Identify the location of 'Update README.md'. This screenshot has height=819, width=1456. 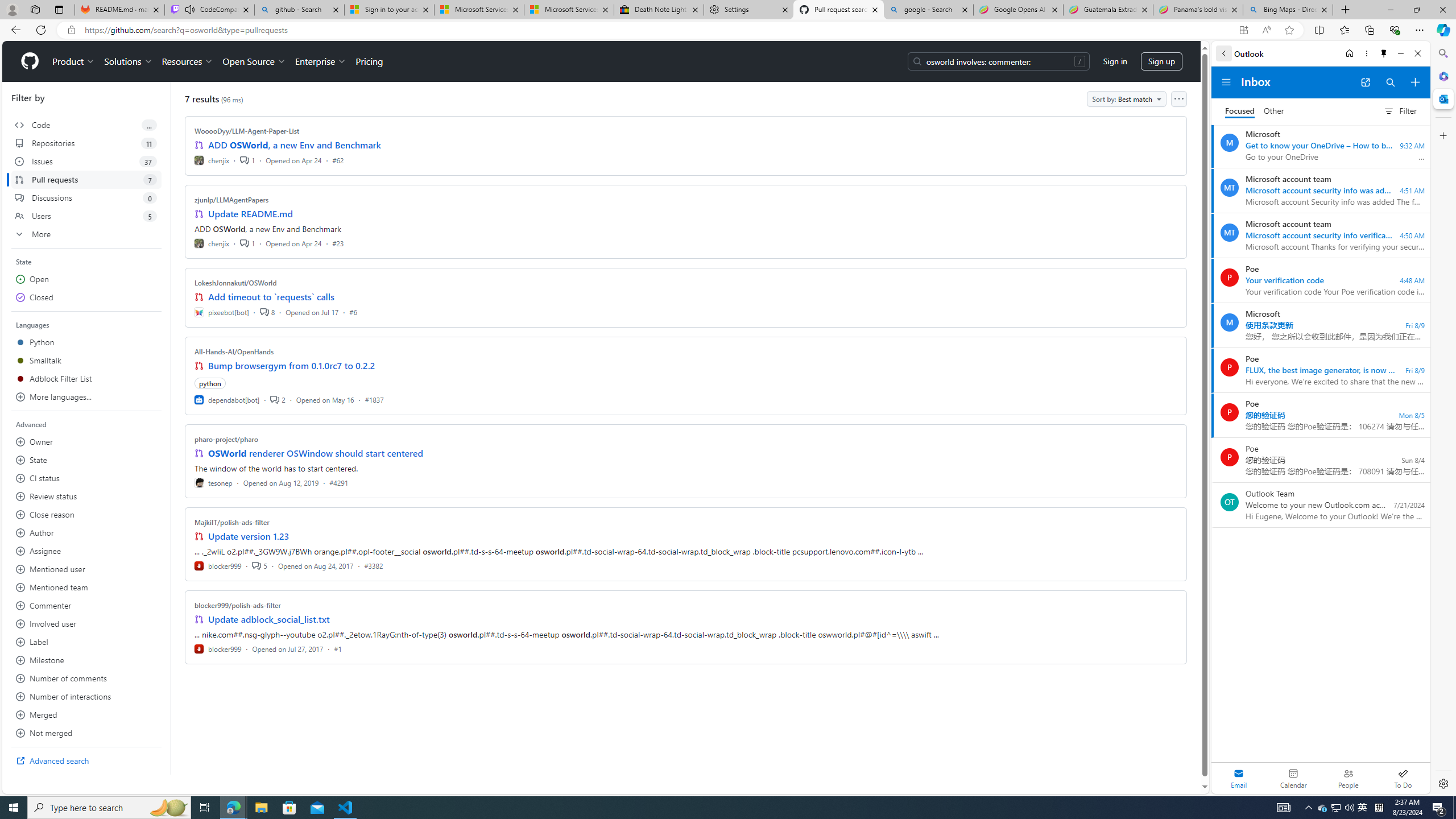
(250, 213).